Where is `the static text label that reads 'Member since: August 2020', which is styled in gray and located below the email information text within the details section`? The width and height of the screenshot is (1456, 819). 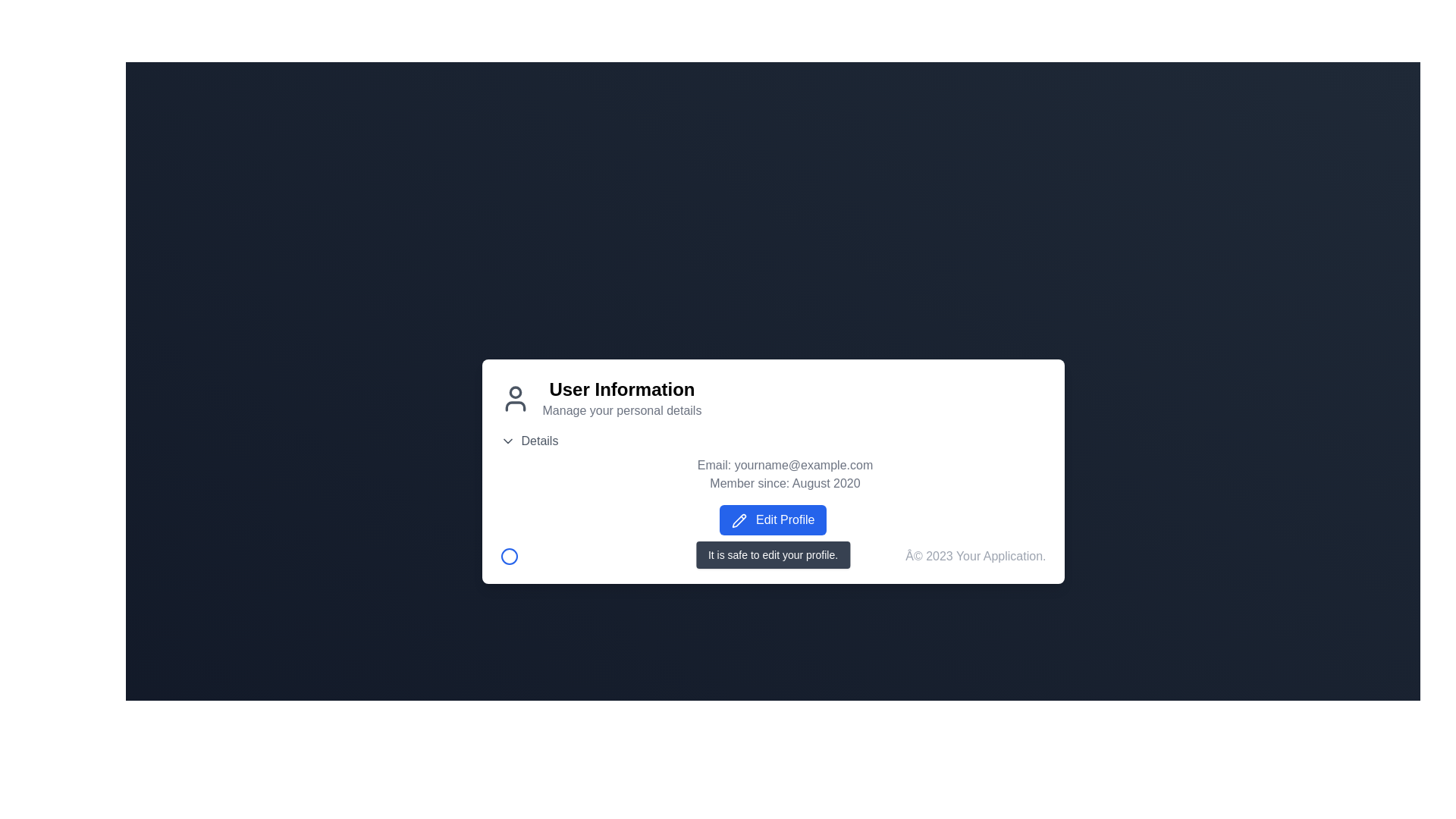
the static text label that reads 'Member since: August 2020', which is styled in gray and located below the email information text within the details section is located at coordinates (785, 483).